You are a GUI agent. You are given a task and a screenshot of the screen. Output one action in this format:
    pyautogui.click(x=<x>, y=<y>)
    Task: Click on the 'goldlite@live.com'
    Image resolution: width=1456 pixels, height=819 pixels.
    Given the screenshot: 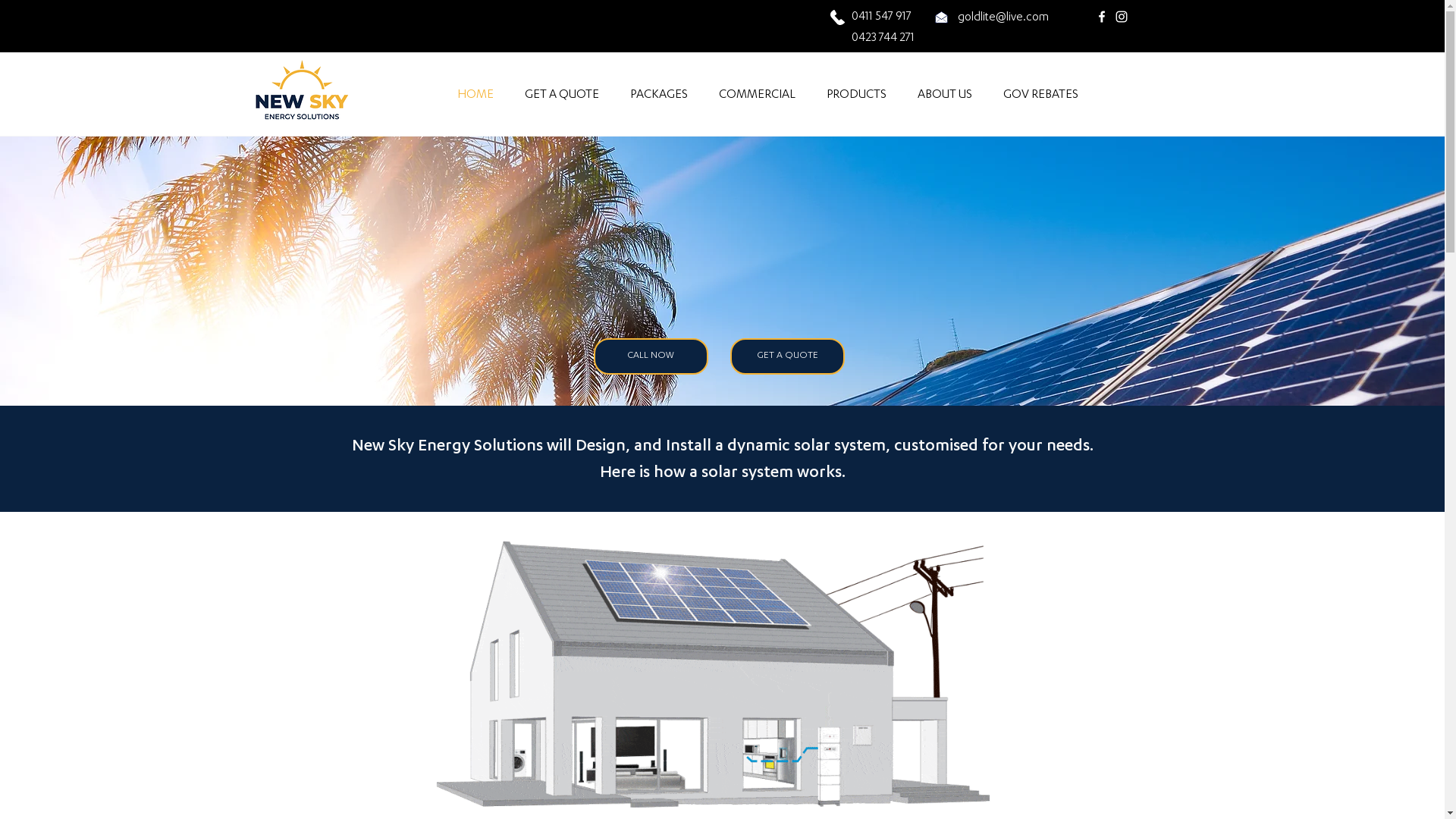 What is the action you would take?
    pyautogui.click(x=1002, y=17)
    